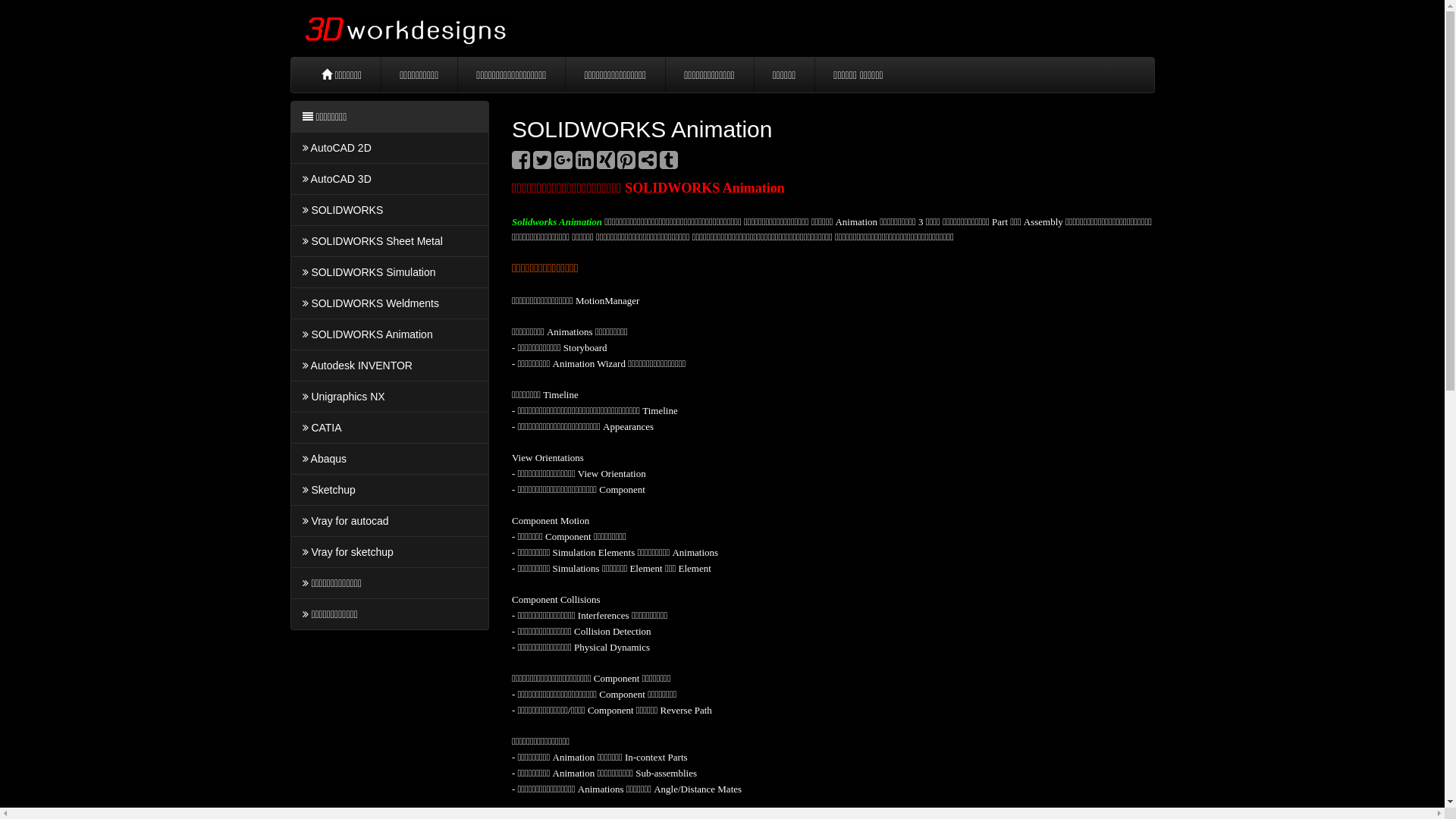  I want to click on 'Autodesk INVENTOR', so click(389, 366).